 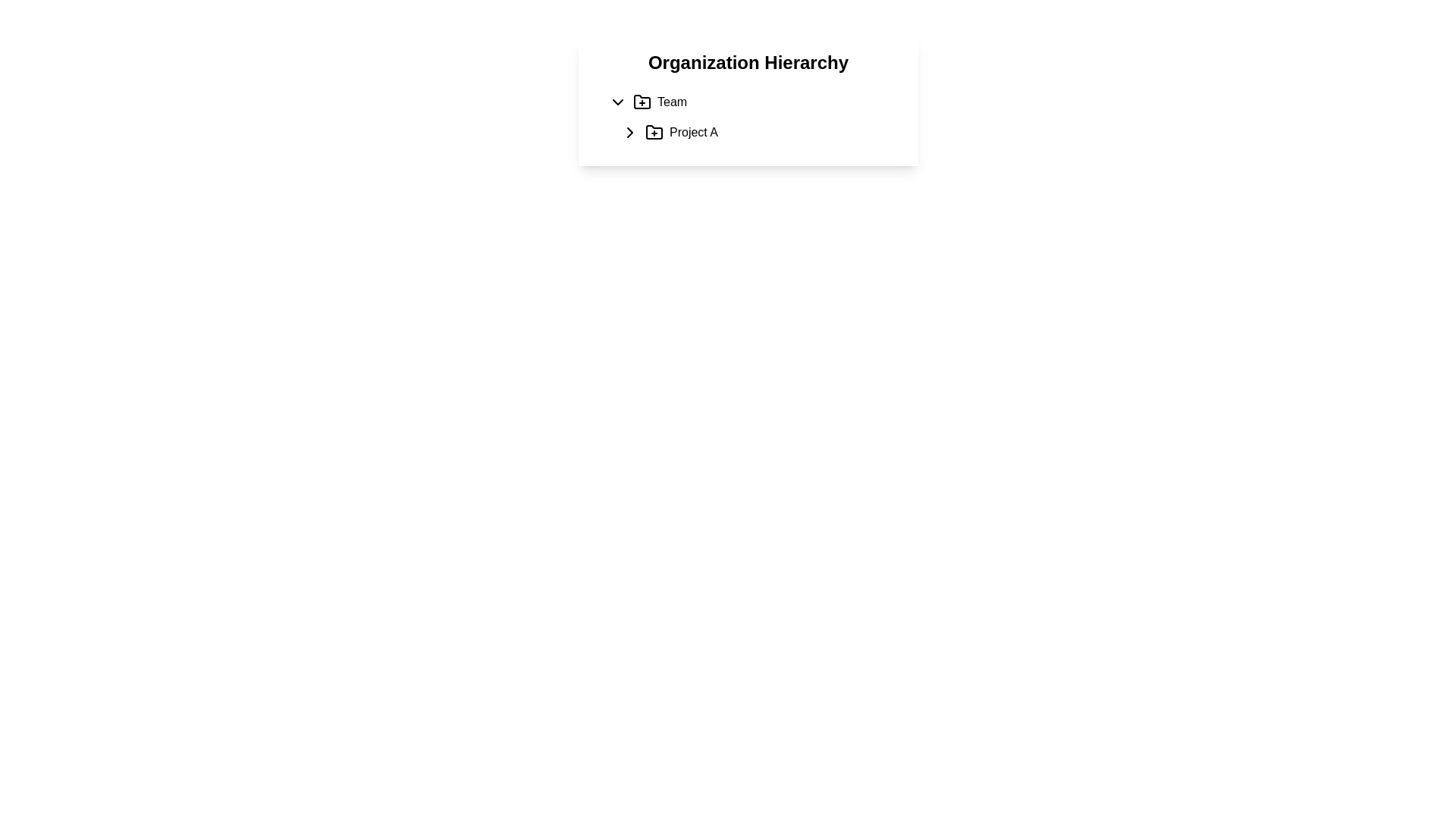 What do you see at coordinates (629, 131) in the screenshot?
I see `the expand/collapse button located on the far-left side of the 'Project A' row within the 'Organization Hierarchy'` at bounding box center [629, 131].